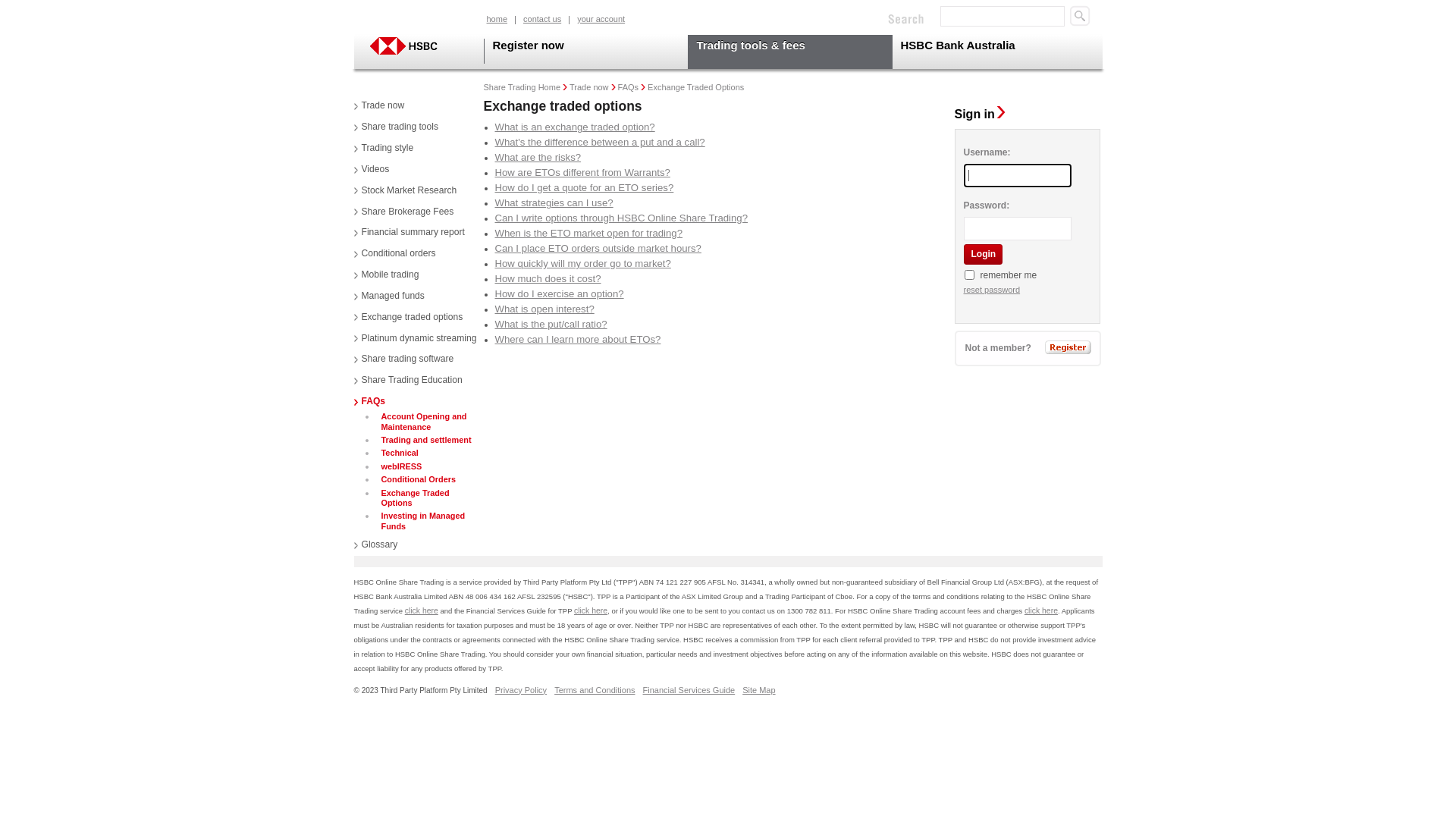  Describe the element at coordinates (425, 440) in the screenshot. I see `'Trading and settlement'` at that location.